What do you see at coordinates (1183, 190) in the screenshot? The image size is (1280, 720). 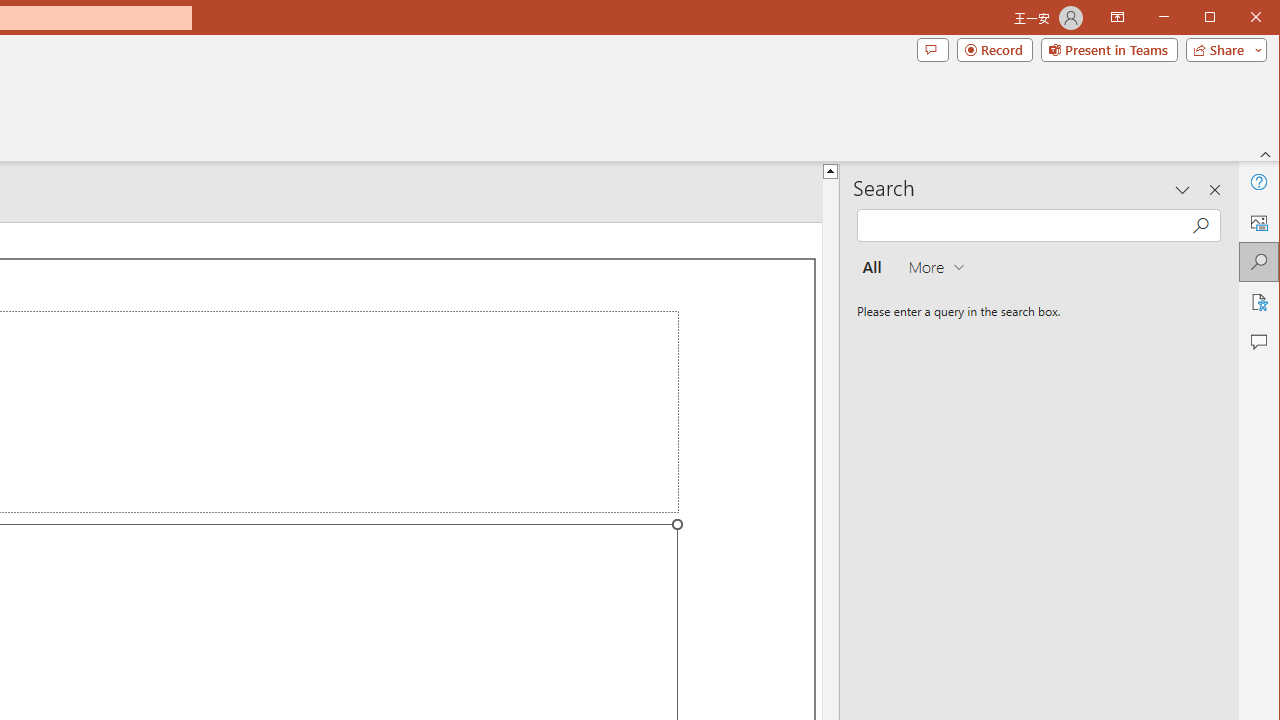 I see `'Task Pane Options'` at bounding box center [1183, 190].